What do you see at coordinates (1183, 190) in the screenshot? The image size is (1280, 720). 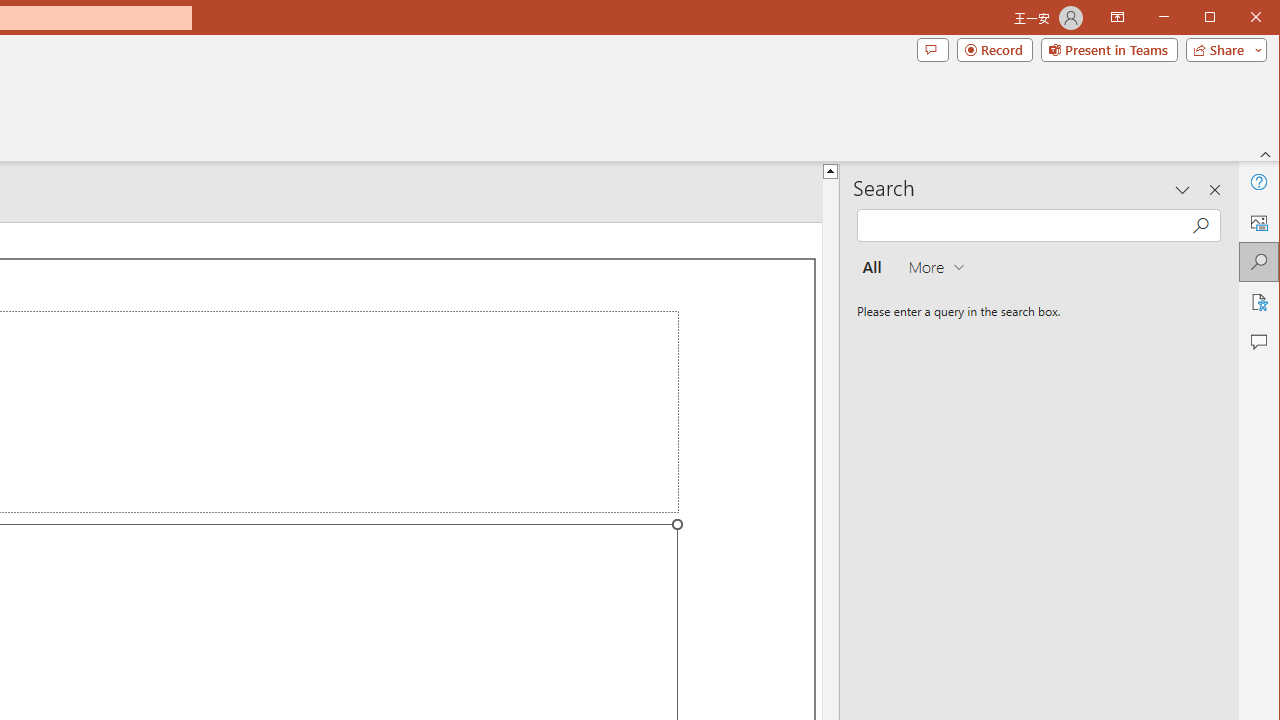 I see `'Task Pane Options'` at bounding box center [1183, 190].